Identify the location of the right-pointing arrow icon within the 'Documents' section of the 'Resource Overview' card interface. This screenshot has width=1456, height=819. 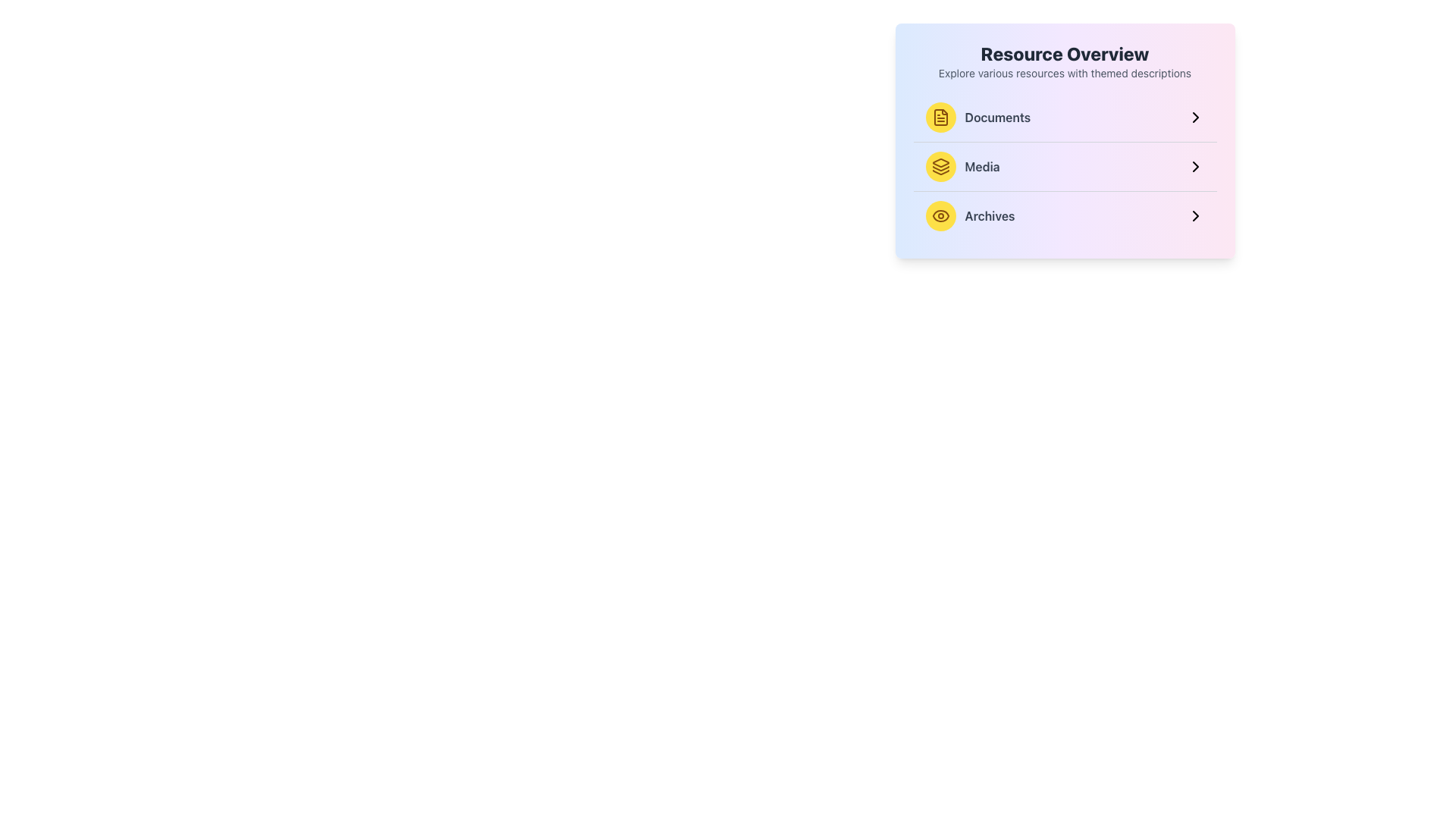
(1194, 116).